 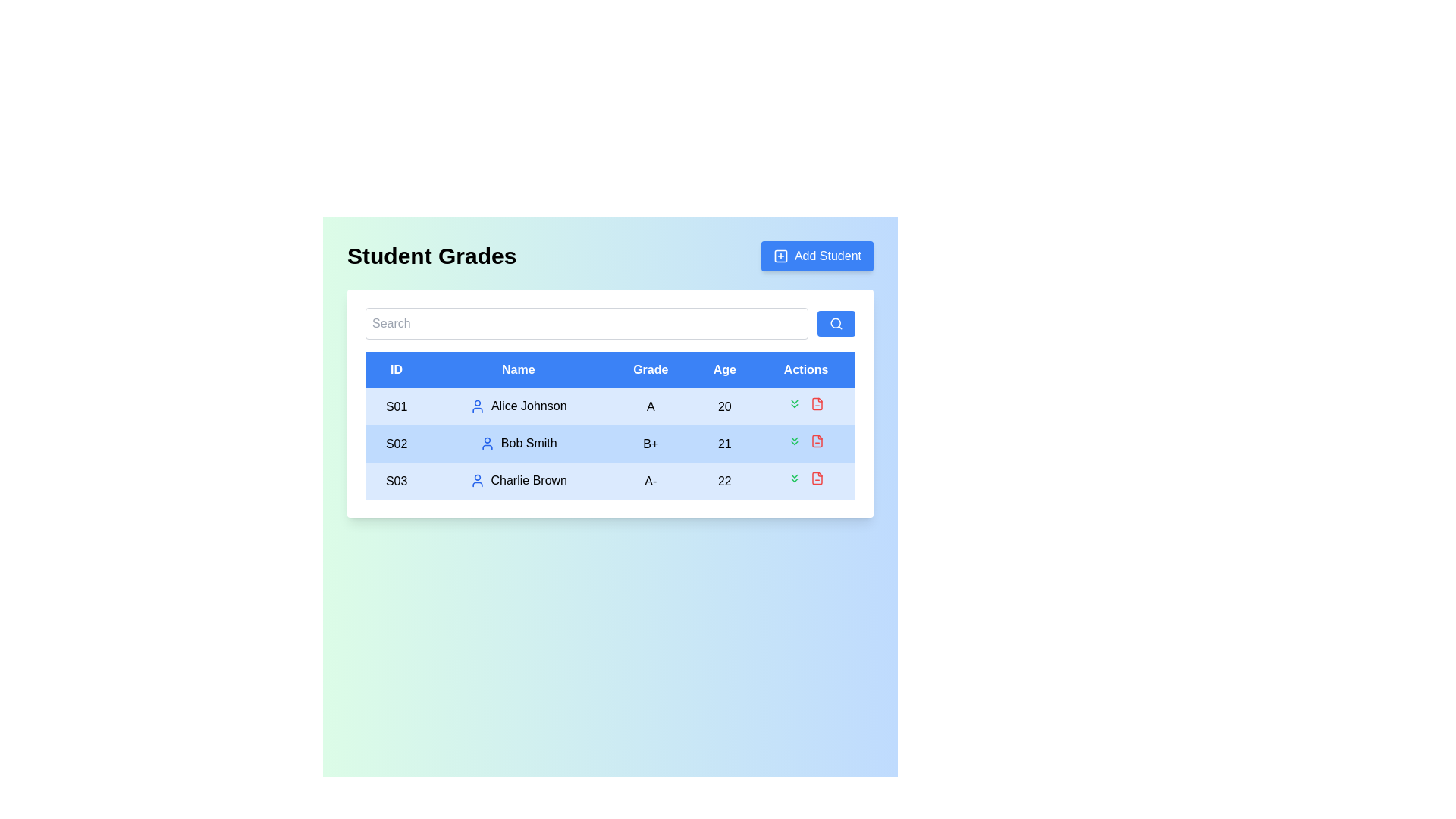 I want to click on the red document icon with a minus symbol in the Actions column of the second row, so click(x=817, y=441).